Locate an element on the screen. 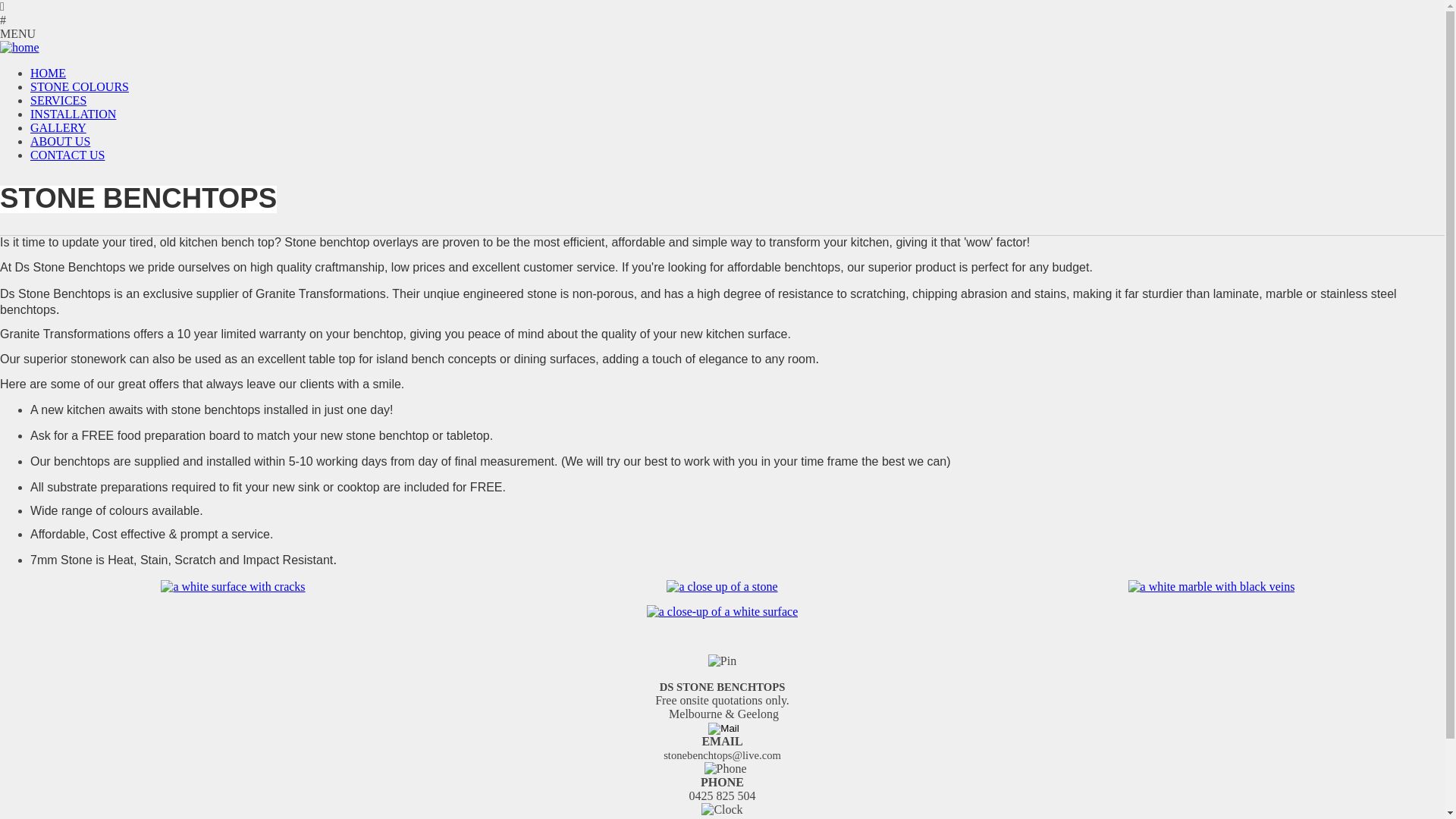  'HOME' is located at coordinates (48, 73).